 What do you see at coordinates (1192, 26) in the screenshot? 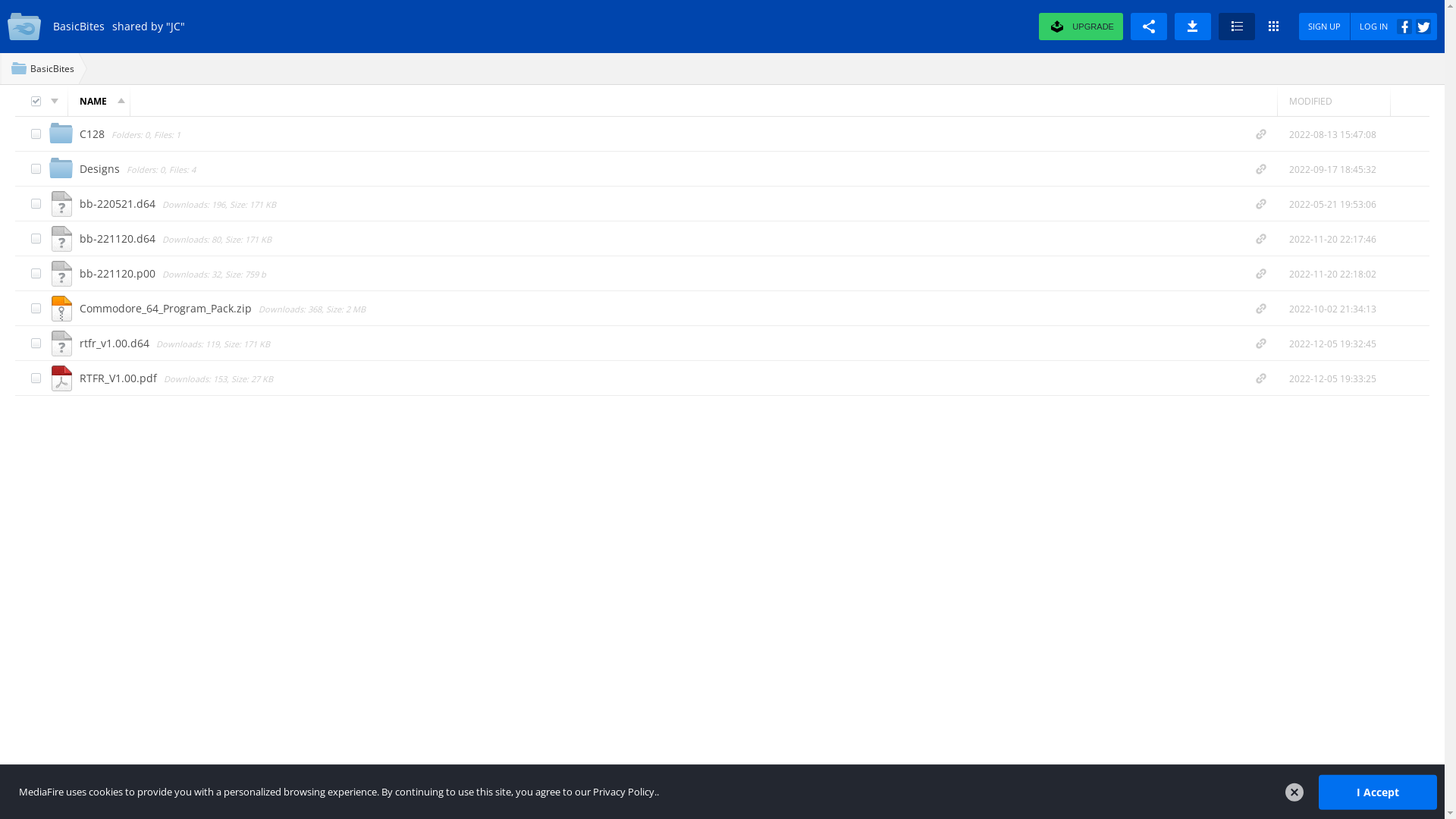
I see `'Download folder'` at bounding box center [1192, 26].